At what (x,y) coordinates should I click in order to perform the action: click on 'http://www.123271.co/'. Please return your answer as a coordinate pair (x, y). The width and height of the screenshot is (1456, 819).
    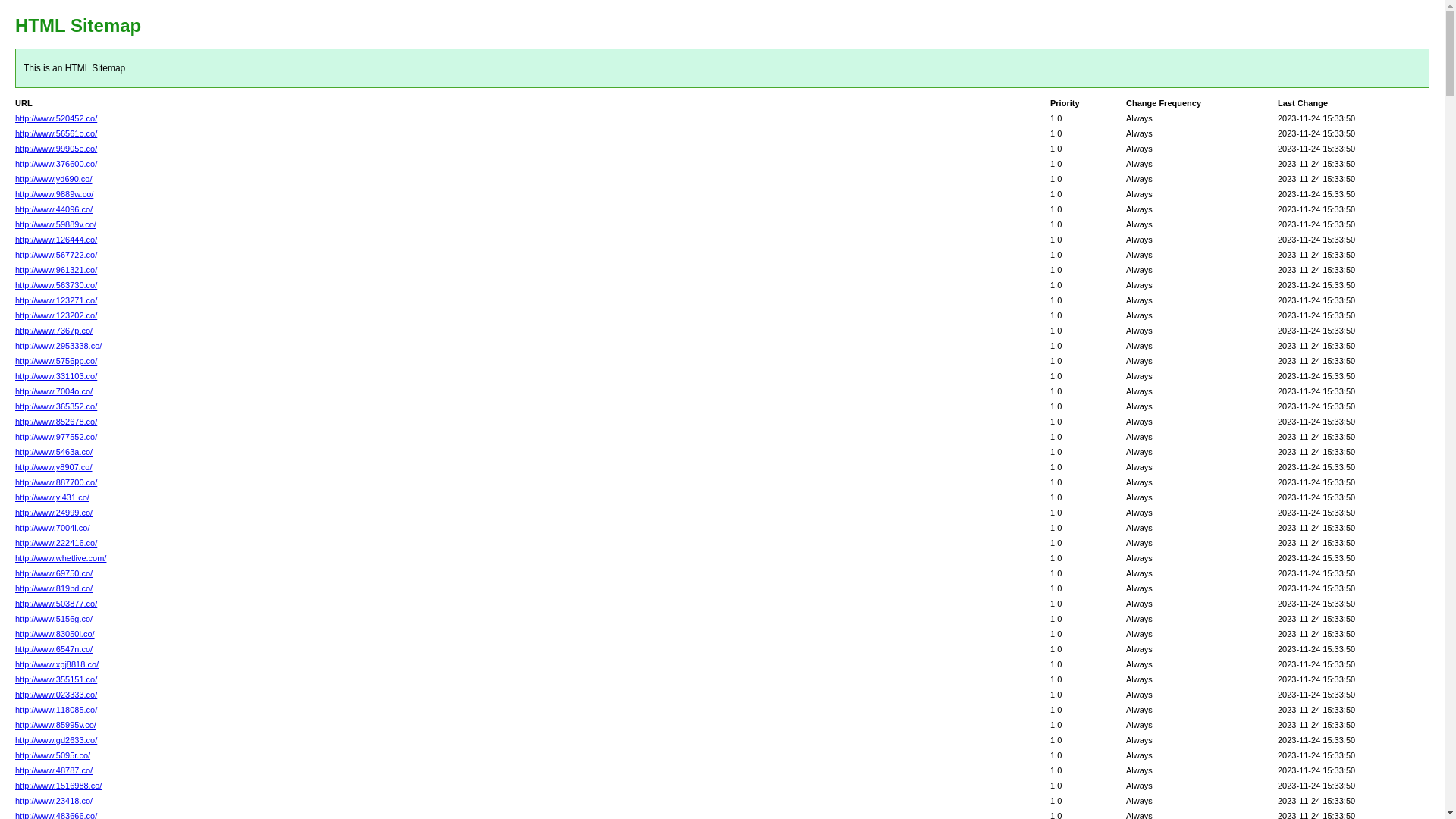
    Looking at the image, I should click on (55, 300).